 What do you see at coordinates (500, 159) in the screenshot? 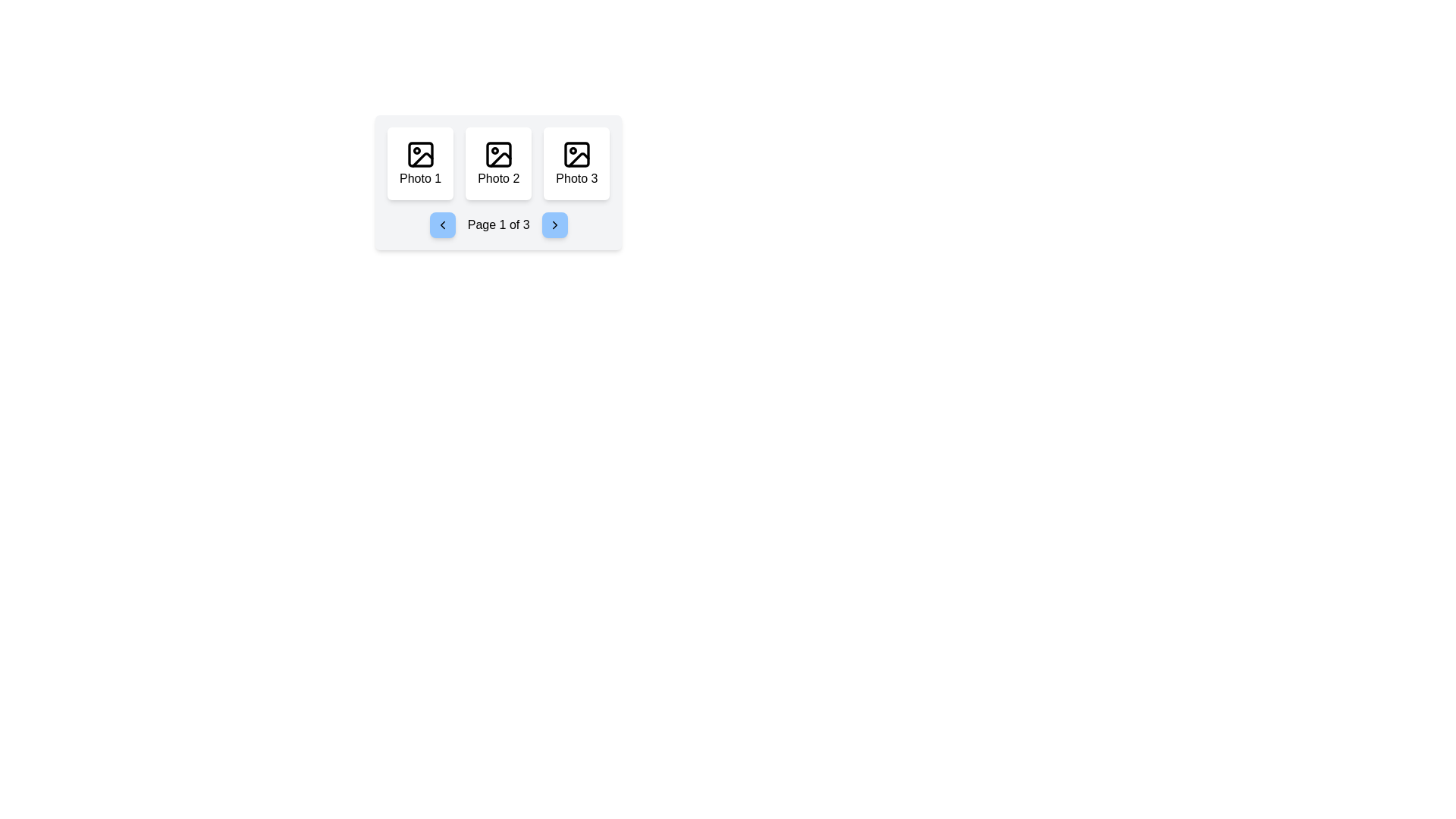
I see `the Icon decoration located in the center of the middle image icon within a three-icon group on the page` at bounding box center [500, 159].